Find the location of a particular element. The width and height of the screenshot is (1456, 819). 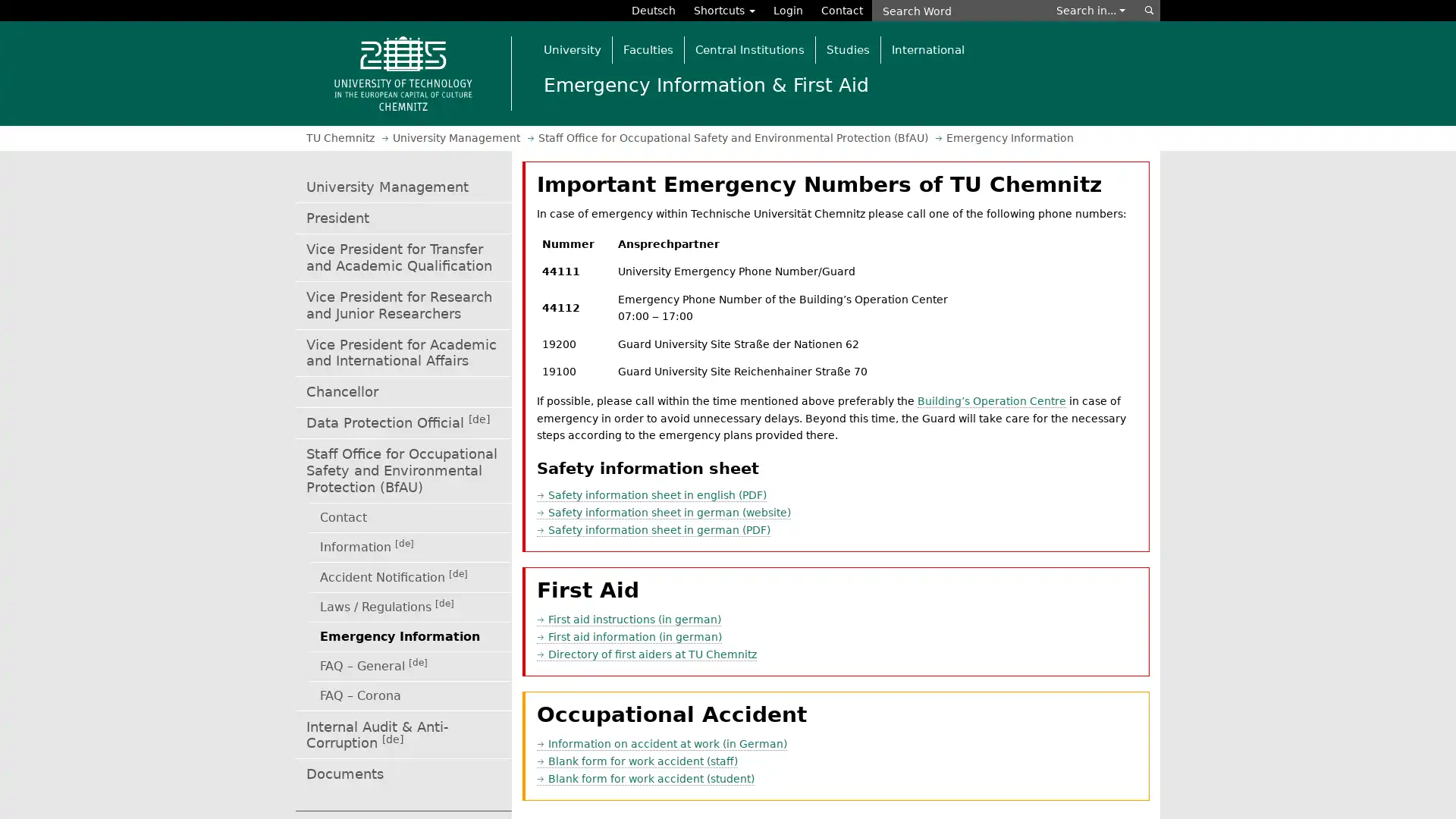

Studies is located at coordinates (847, 49).